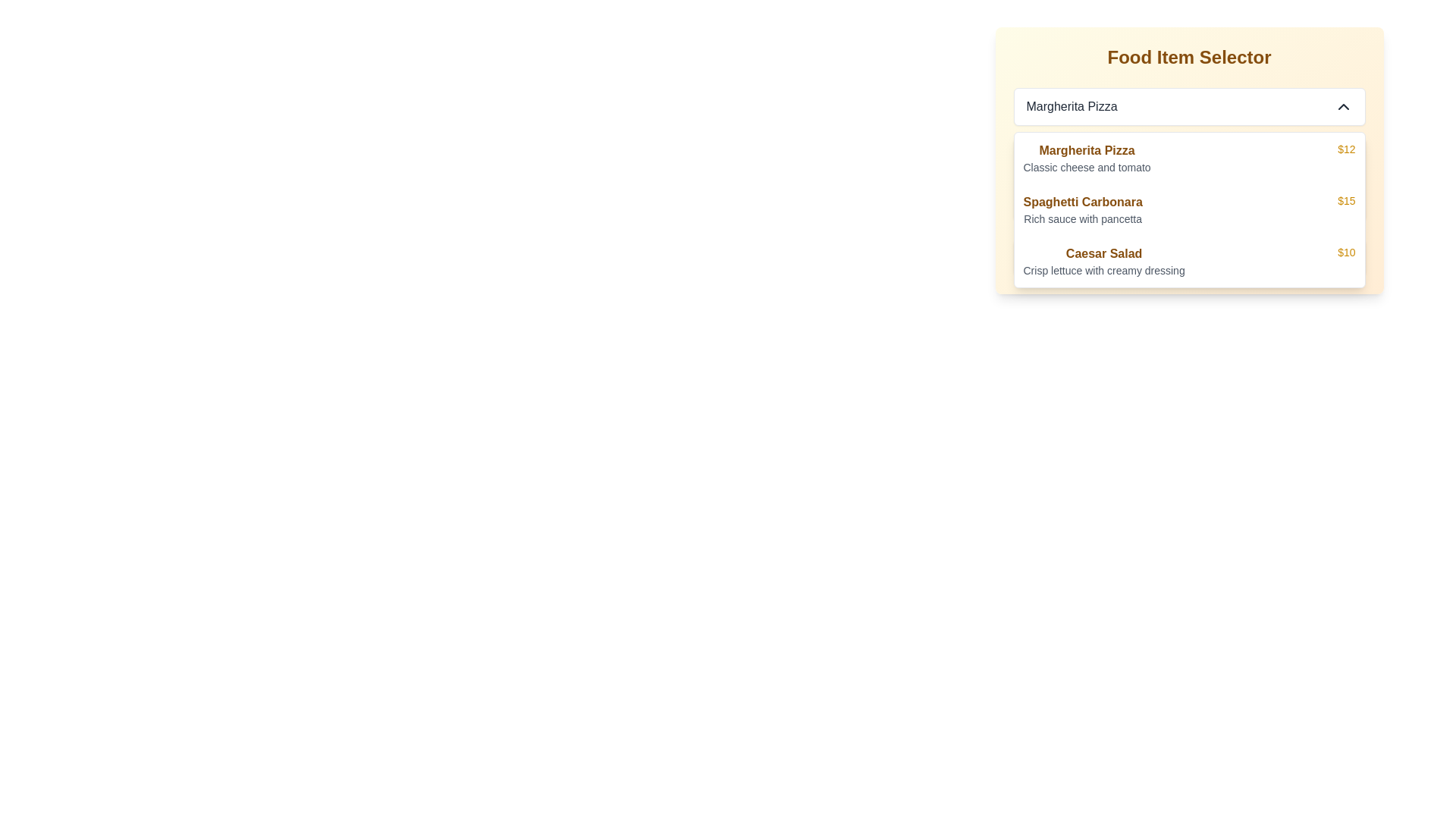 The width and height of the screenshot is (1456, 819). Describe the element at coordinates (1086, 167) in the screenshot. I see `descriptive text of the Text Label that reads 'Classic cheese and tomato.' located beneath 'Margherita Pizza' in the 'Food Item Selector' dropdown` at that location.